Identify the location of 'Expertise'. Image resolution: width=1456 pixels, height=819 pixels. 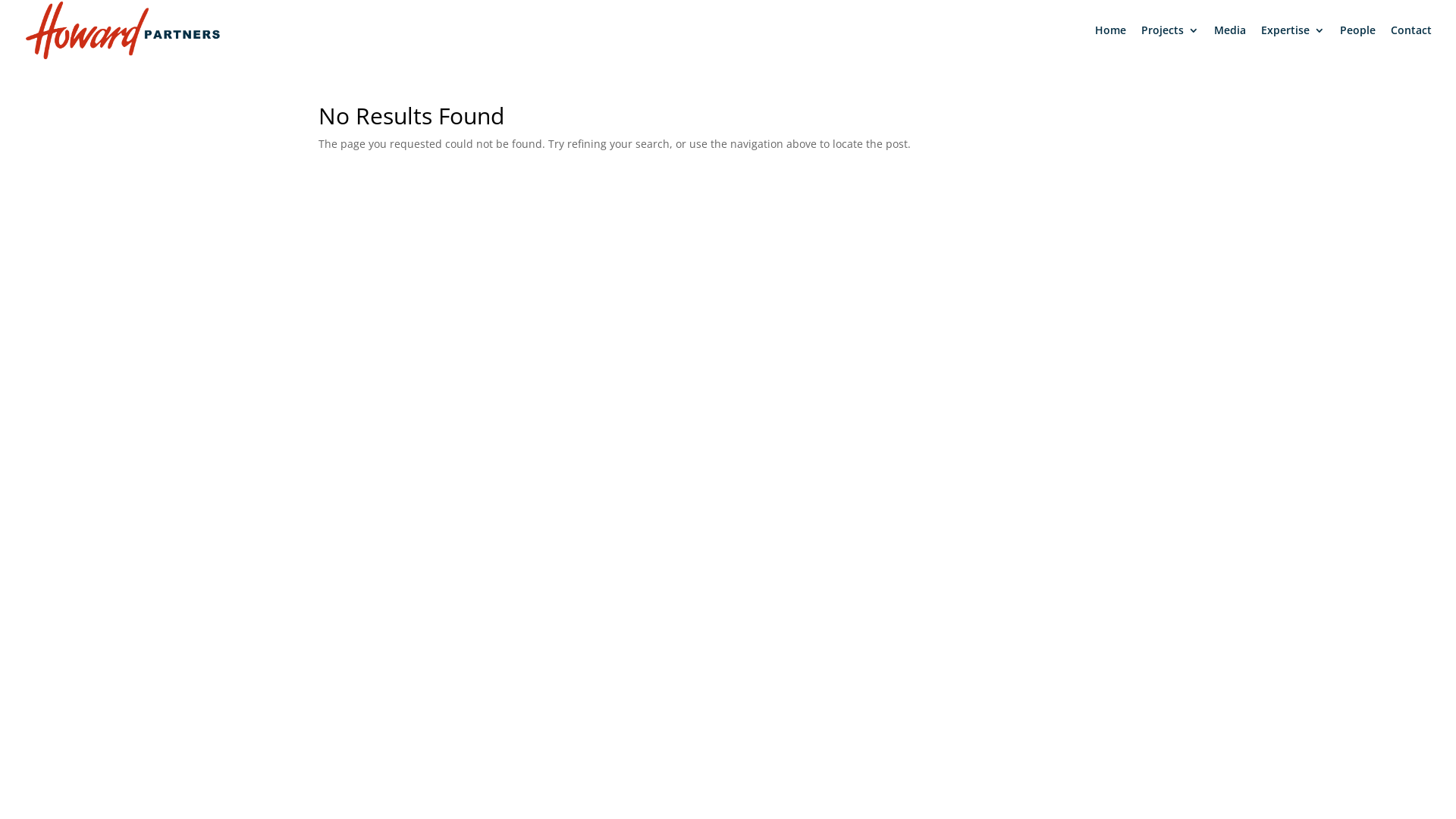
(1291, 42).